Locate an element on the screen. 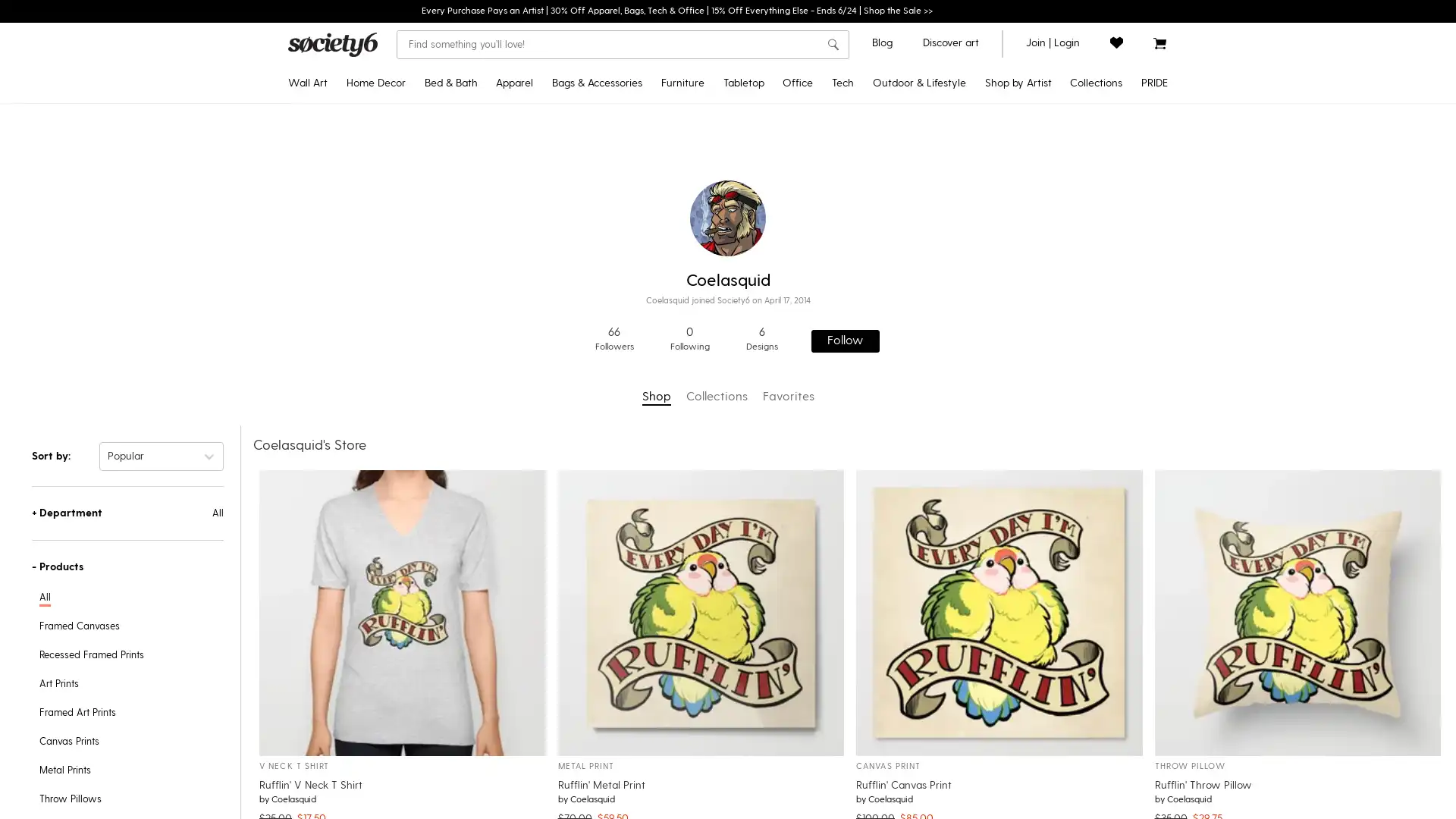 The image size is (1456, 819). Counter Stools is located at coordinates (708, 194).